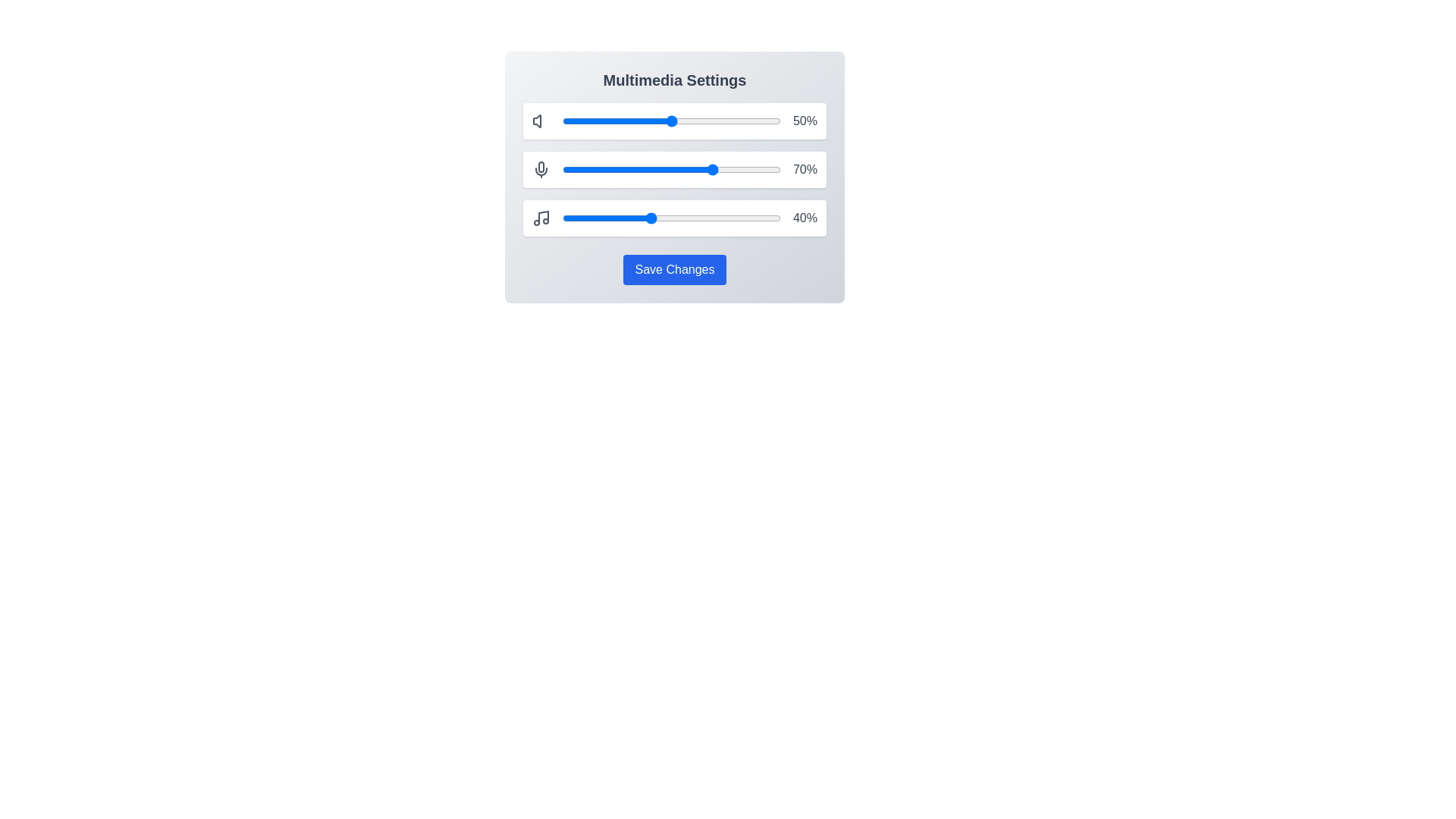 The width and height of the screenshot is (1456, 819). What do you see at coordinates (673, 120) in the screenshot?
I see `the volume slider to 51%` at bounding box center [673, 120].